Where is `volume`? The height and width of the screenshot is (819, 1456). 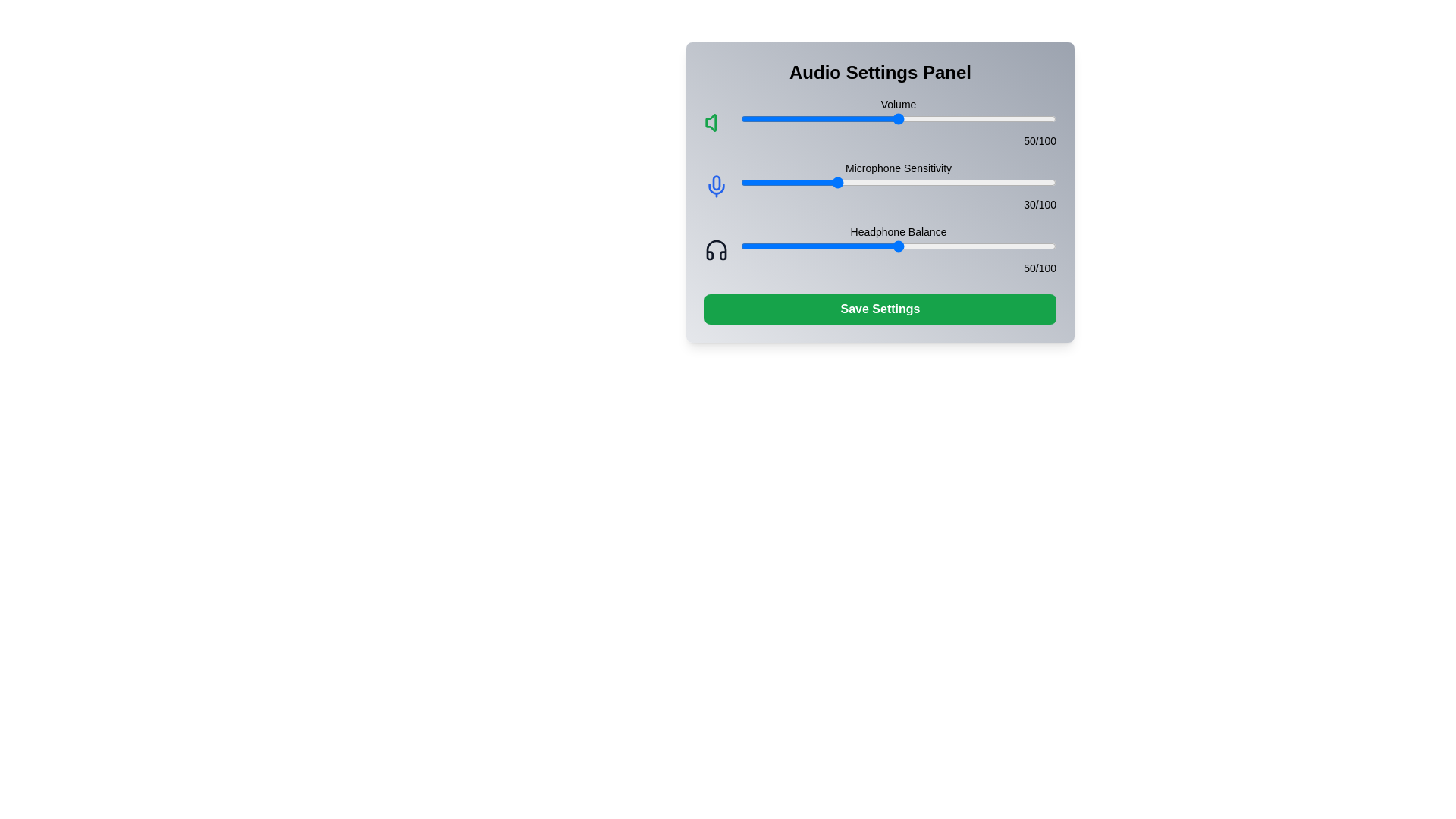
volume is located at coordinates (993, 118).